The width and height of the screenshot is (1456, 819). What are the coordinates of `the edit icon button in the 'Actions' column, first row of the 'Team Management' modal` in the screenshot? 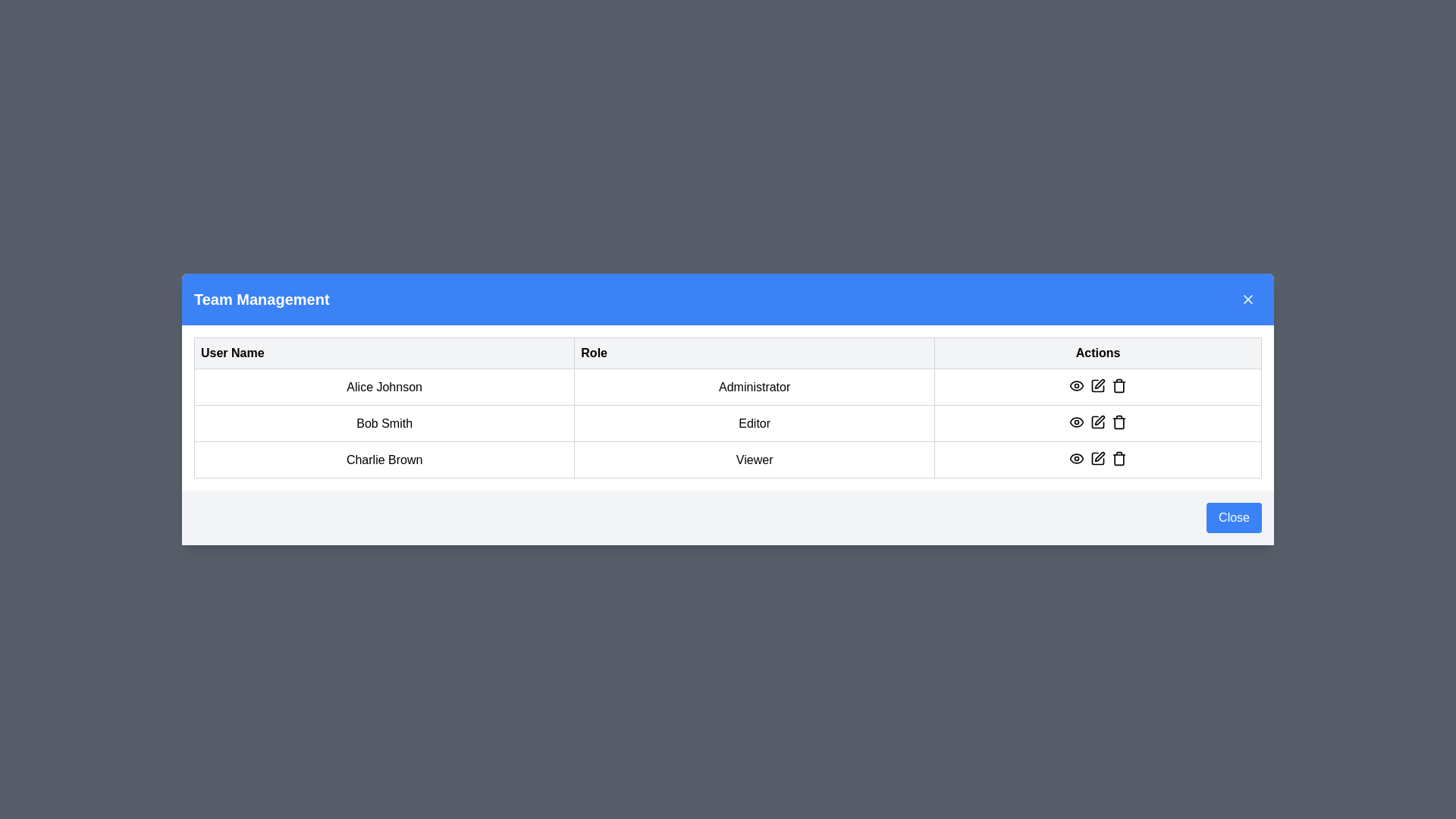 It's located at (1098, 385).